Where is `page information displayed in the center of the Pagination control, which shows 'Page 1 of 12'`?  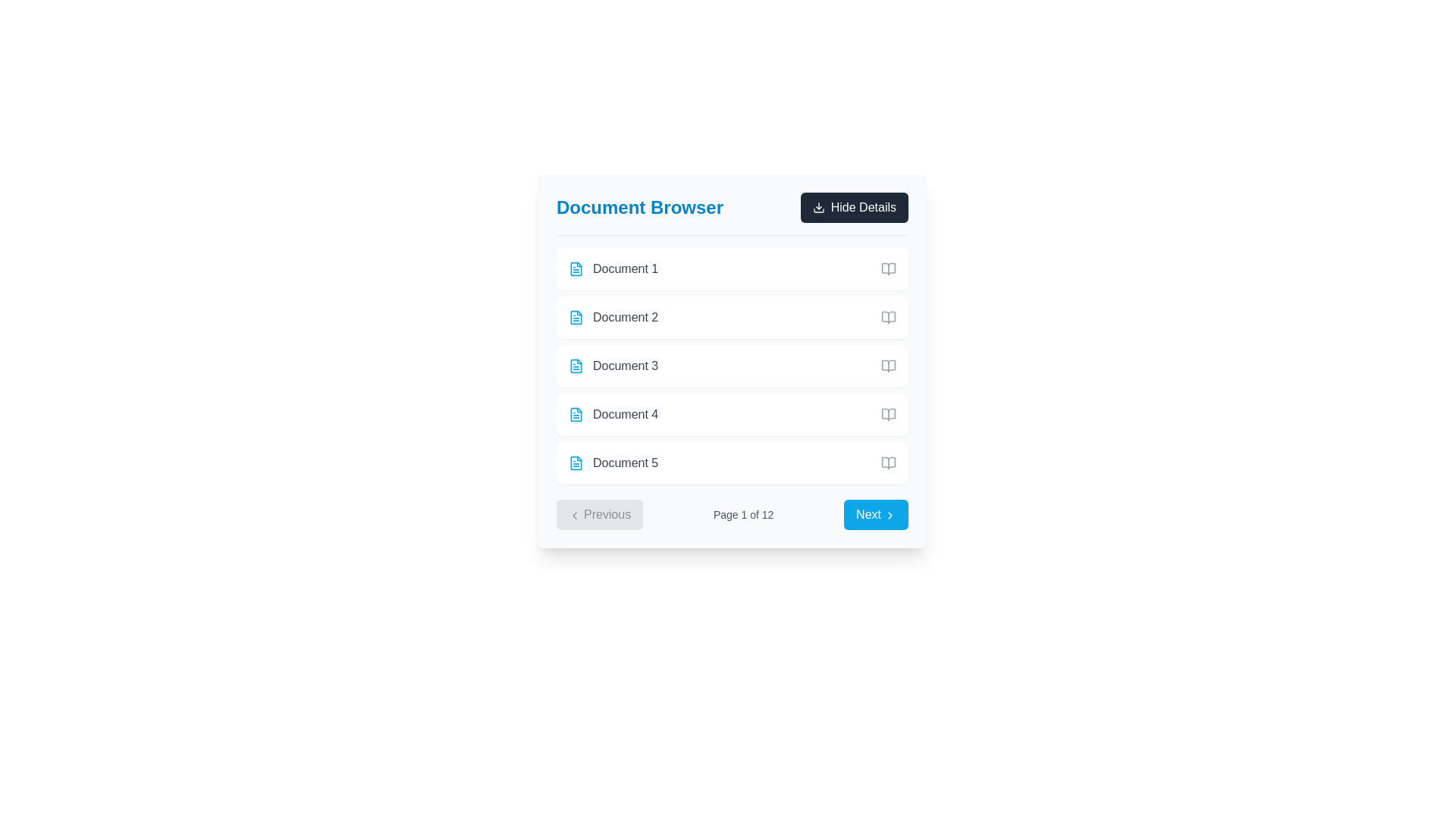 page information displayed in the center of the Pagination control, which shows 'Page 1 of 12' is located at coordinates (732, 513).